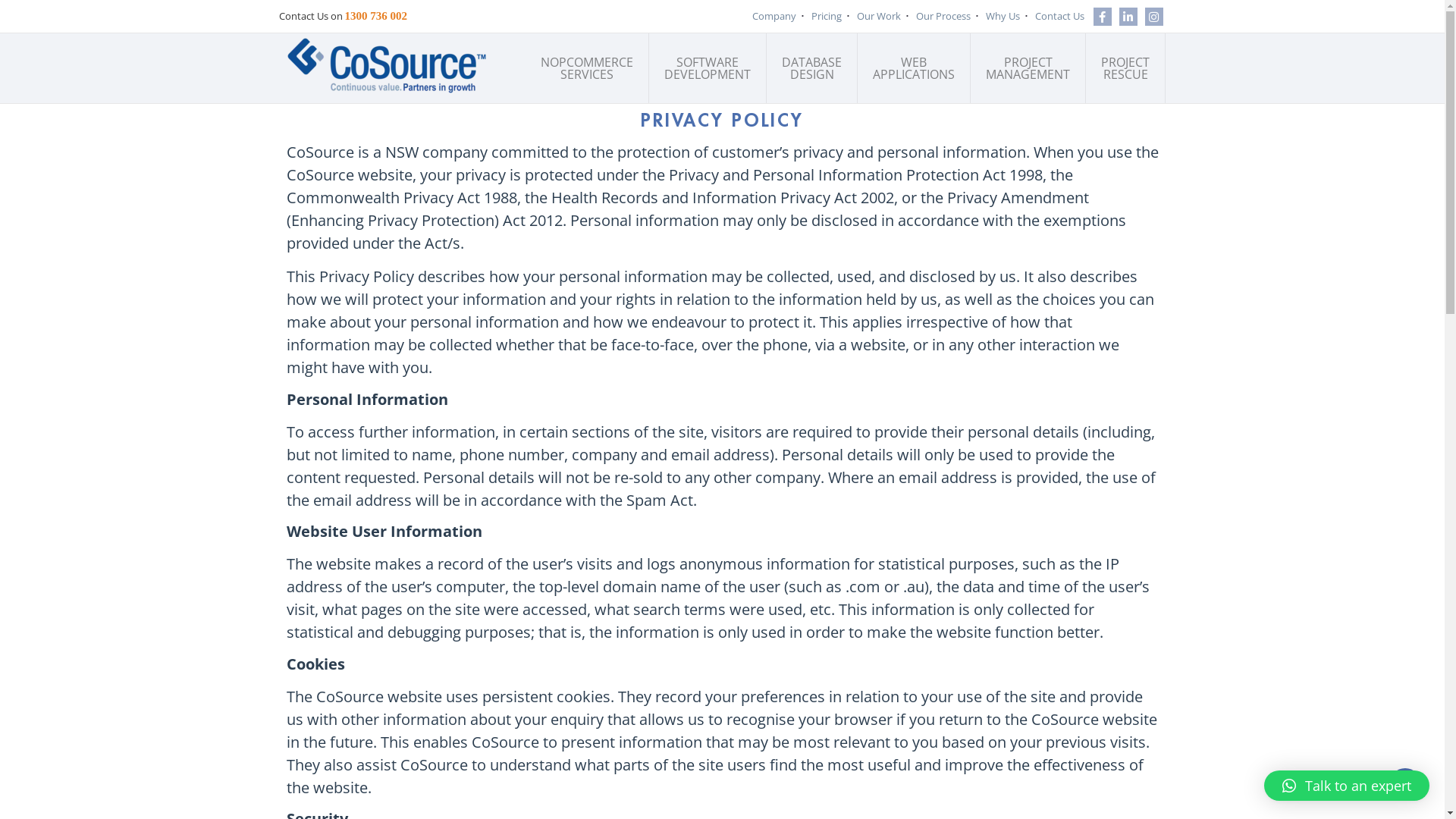  What do you see at coordinates (1059, 16) in the screenshot?
I see `'Contact Us'` at bounding box center [1059, 16].